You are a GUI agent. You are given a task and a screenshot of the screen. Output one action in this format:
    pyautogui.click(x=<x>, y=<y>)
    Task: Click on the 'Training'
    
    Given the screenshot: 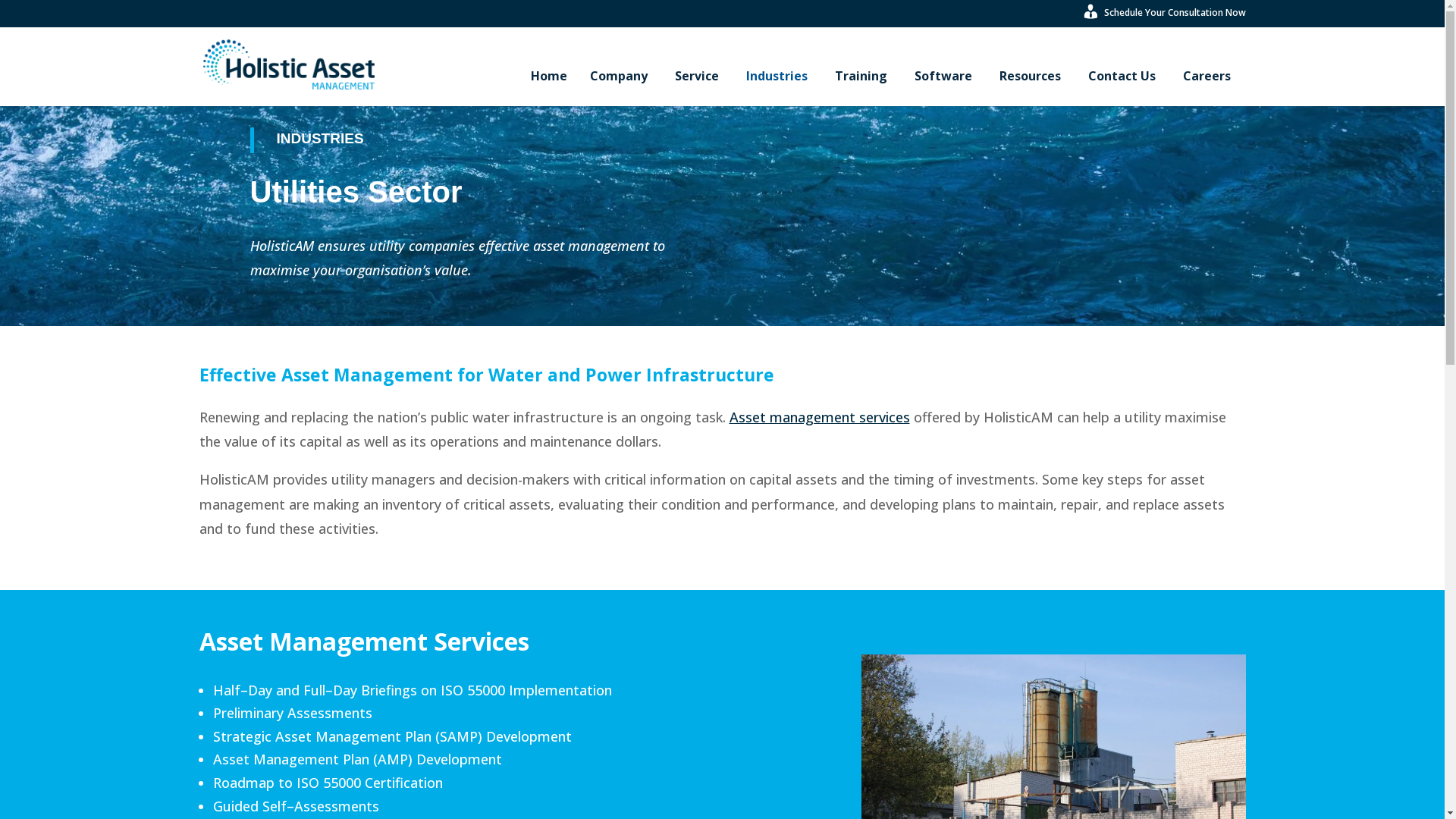 What is the action you would take?
    pyautogui.click(x=862, y=76)
    